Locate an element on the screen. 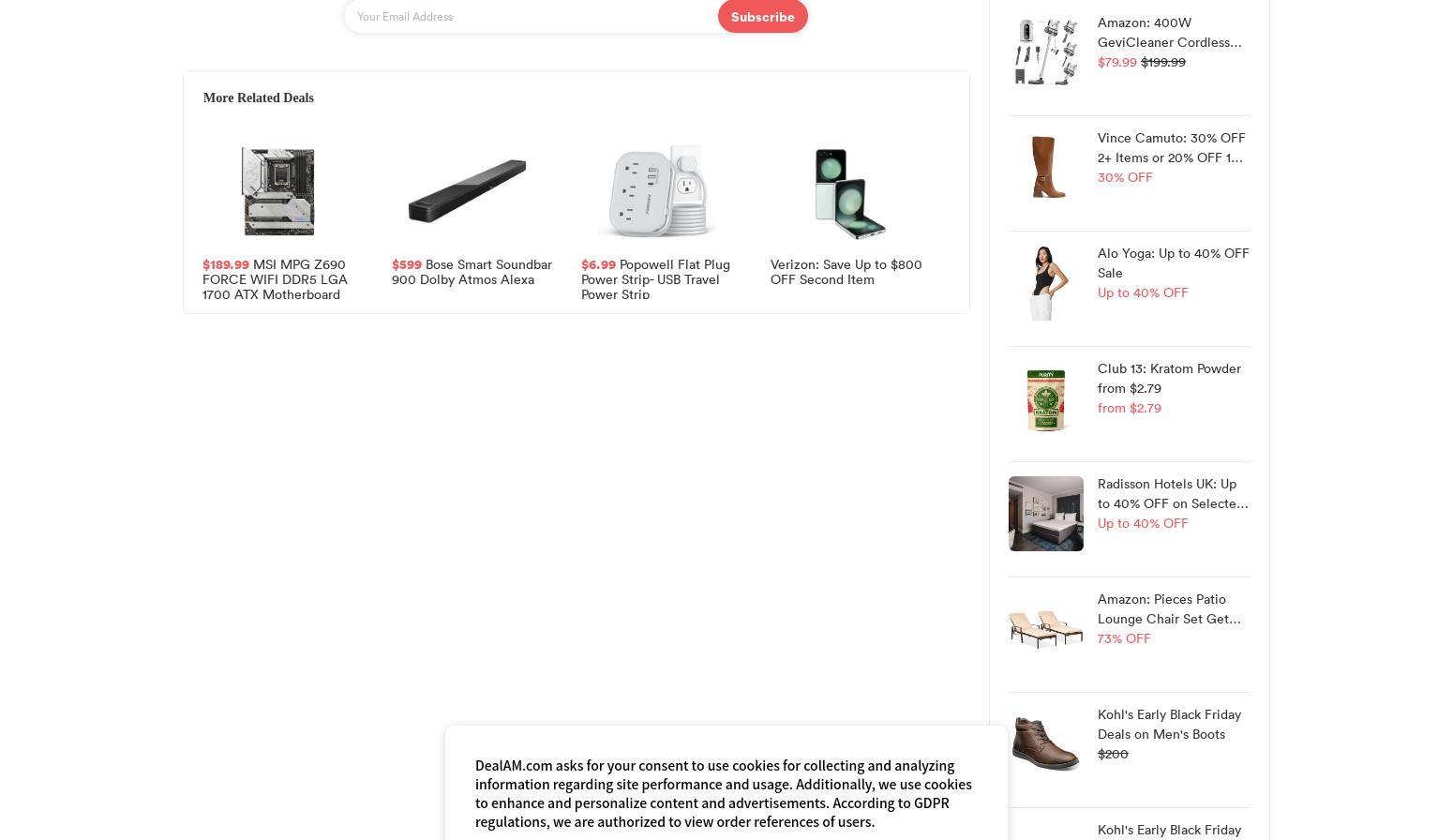  'Apple iPad 10.2-in 64GB Wi-Fi Table' is located at coordinates (752, 683).